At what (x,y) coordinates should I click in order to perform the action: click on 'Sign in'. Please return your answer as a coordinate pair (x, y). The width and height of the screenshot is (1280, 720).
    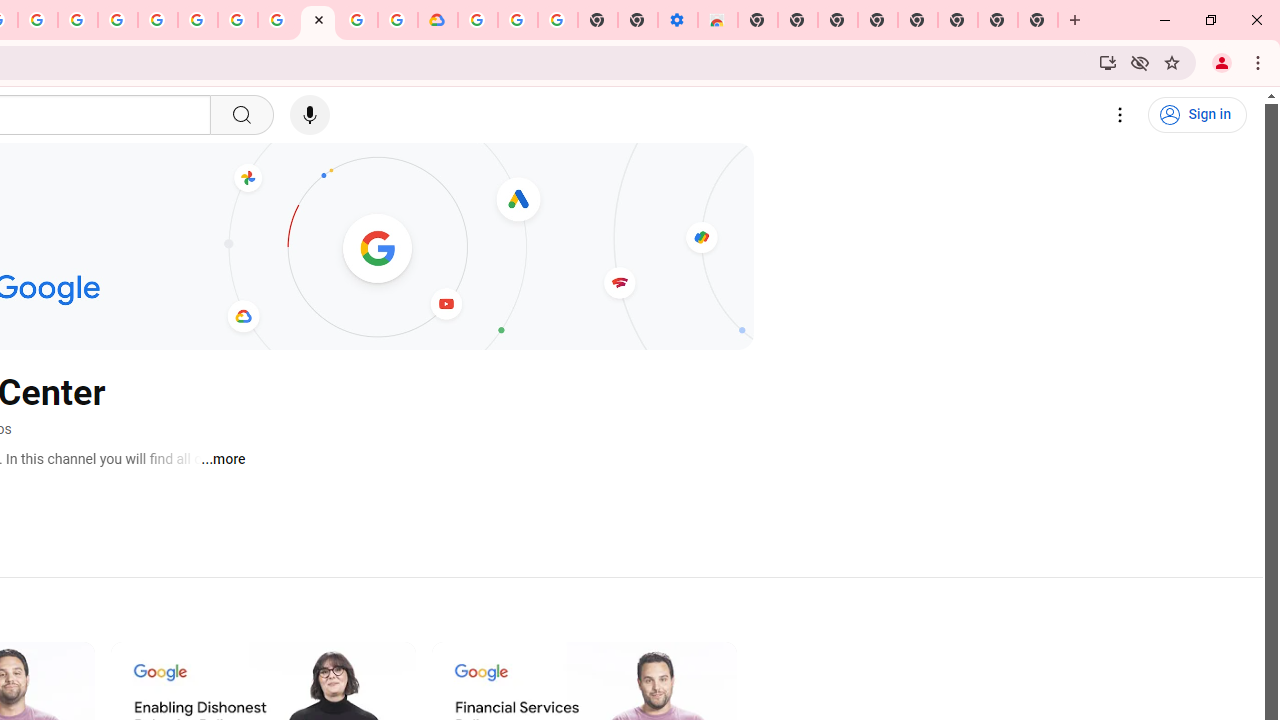
    Looking at the image, I should click on (1197, 115).